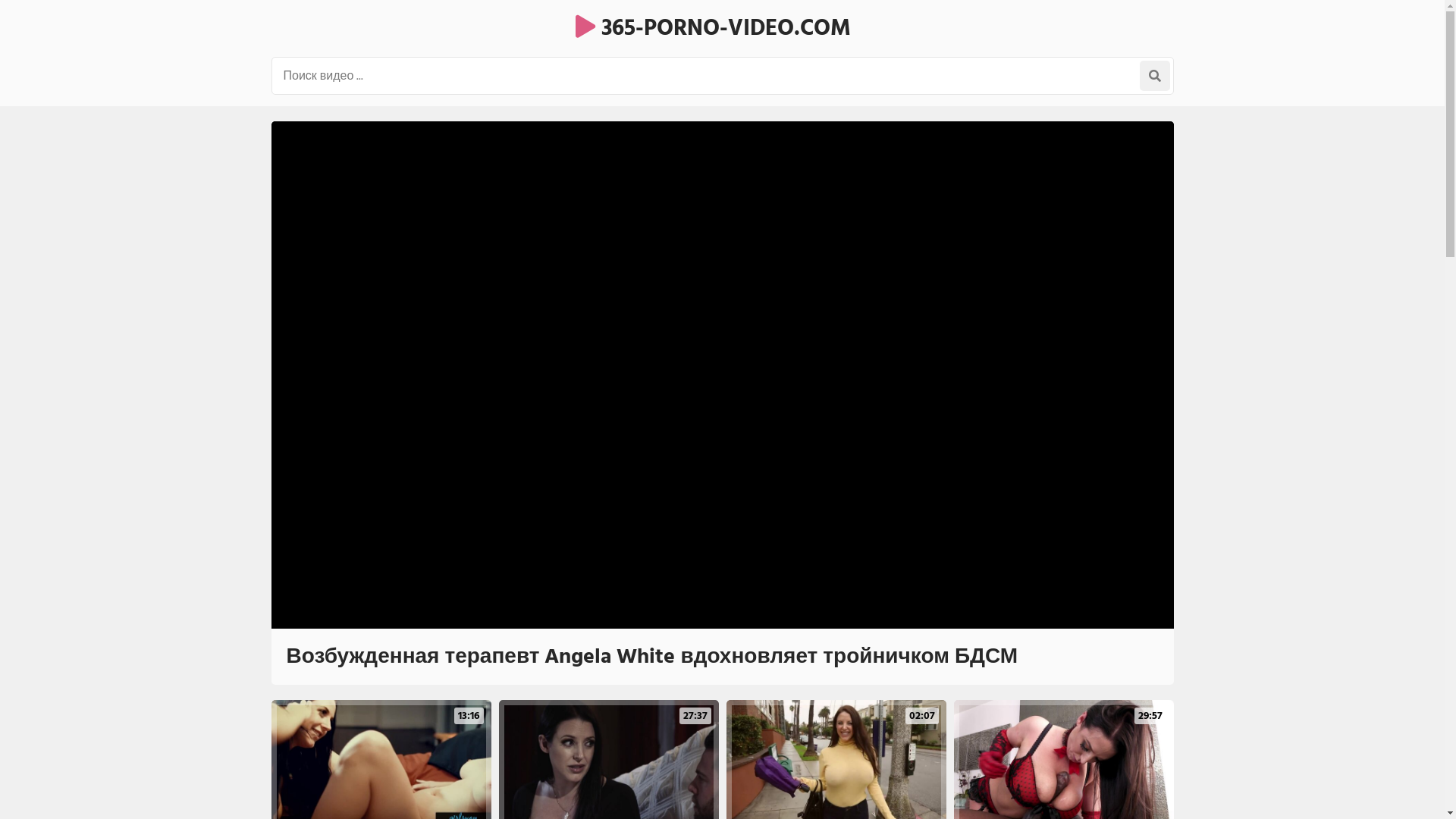  What do you see at coordinates (711, 28) in the screenshot?
I see `'365-PORNO-VIDEO.COM'` at bounding box center [711, 28].